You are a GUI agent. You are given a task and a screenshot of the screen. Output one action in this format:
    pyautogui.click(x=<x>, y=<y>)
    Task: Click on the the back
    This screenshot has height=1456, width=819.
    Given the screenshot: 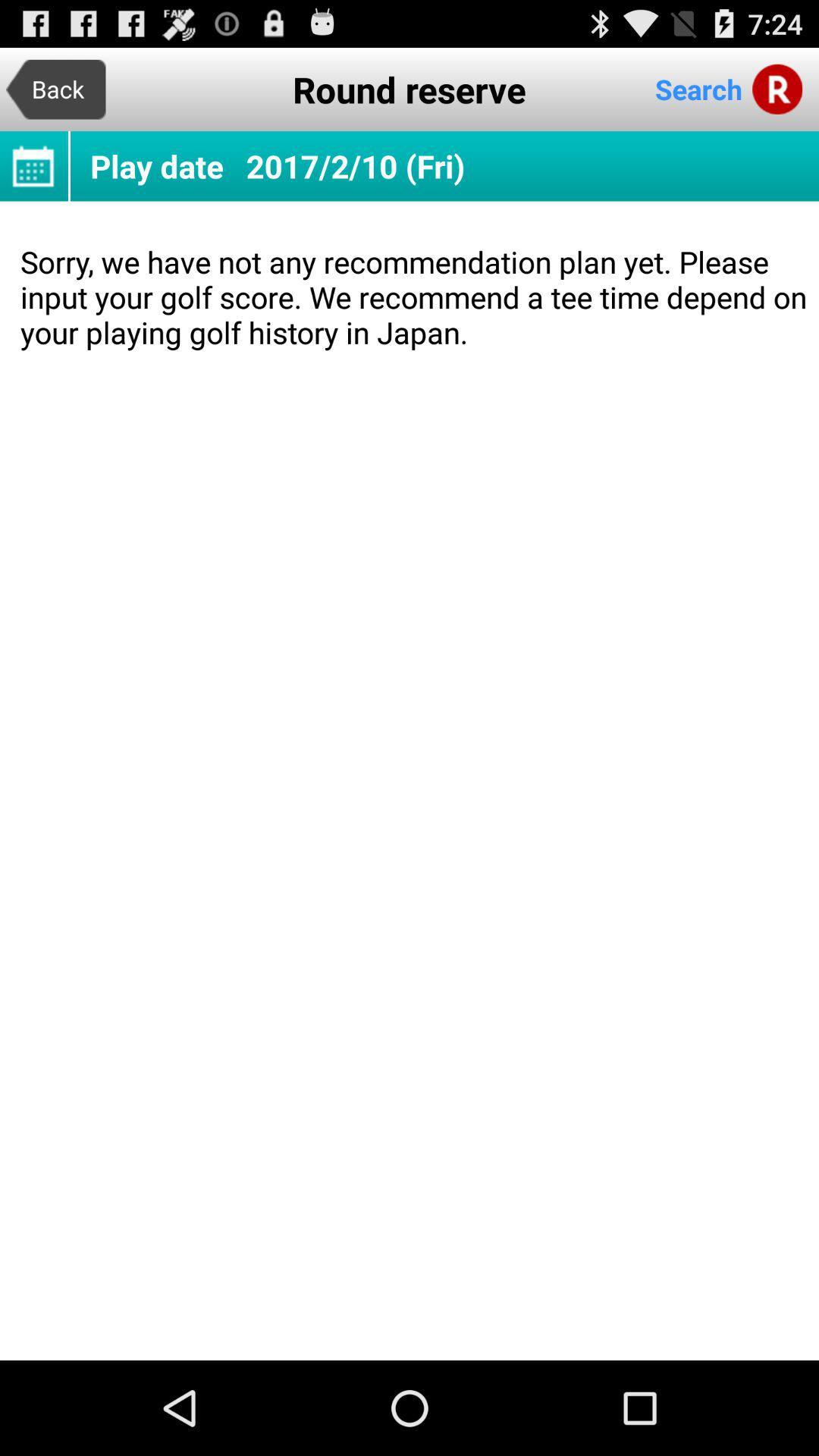 What is the action you would take?
    pyautogui.click(x=55, y=89)
    